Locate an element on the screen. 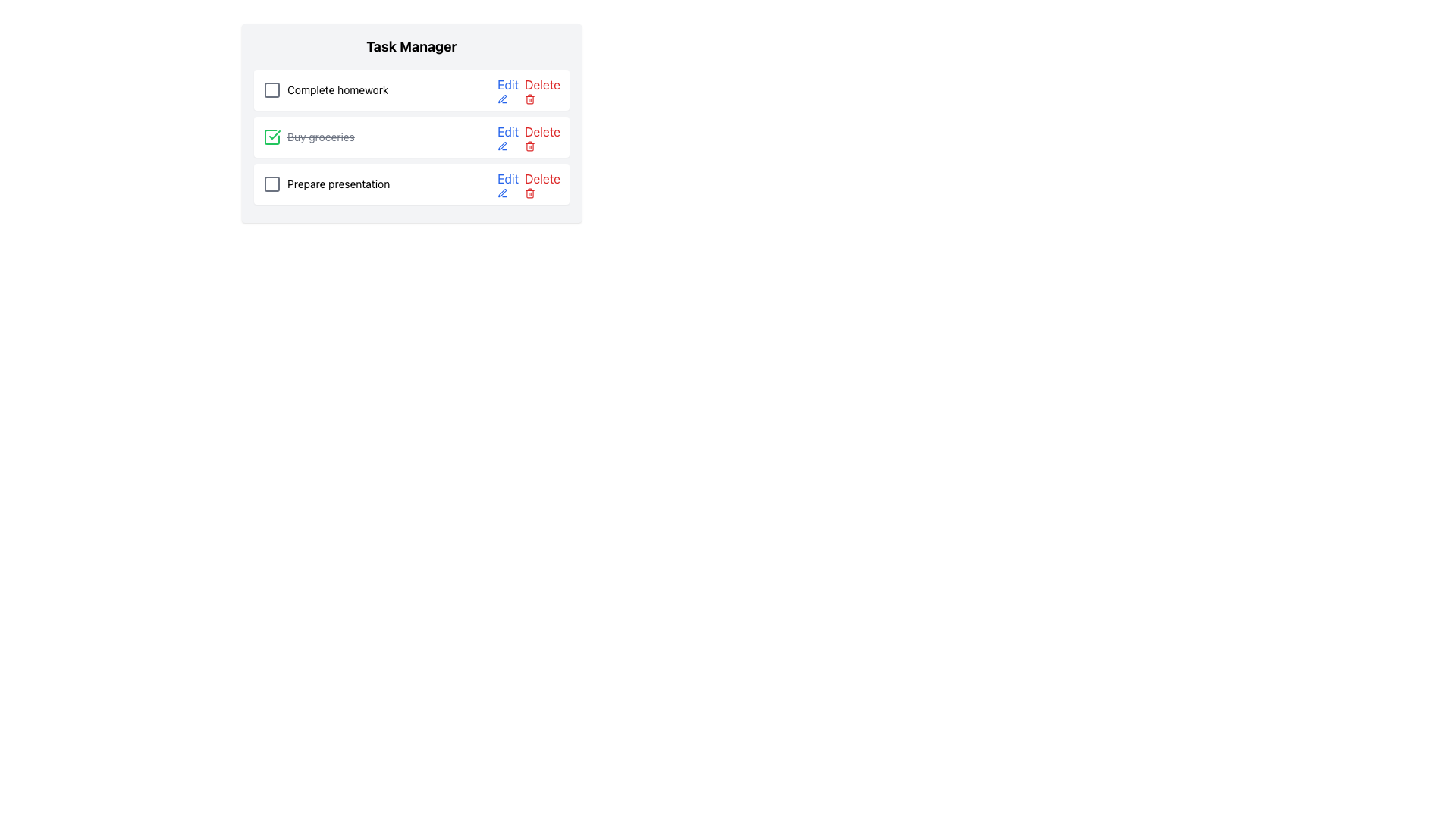 The width and height of the screenshot is (1456, 819). the blue 'Edit' button with an underline effect, located to the right of the 'Complete homework' task description is located at coordinates (508, 90).